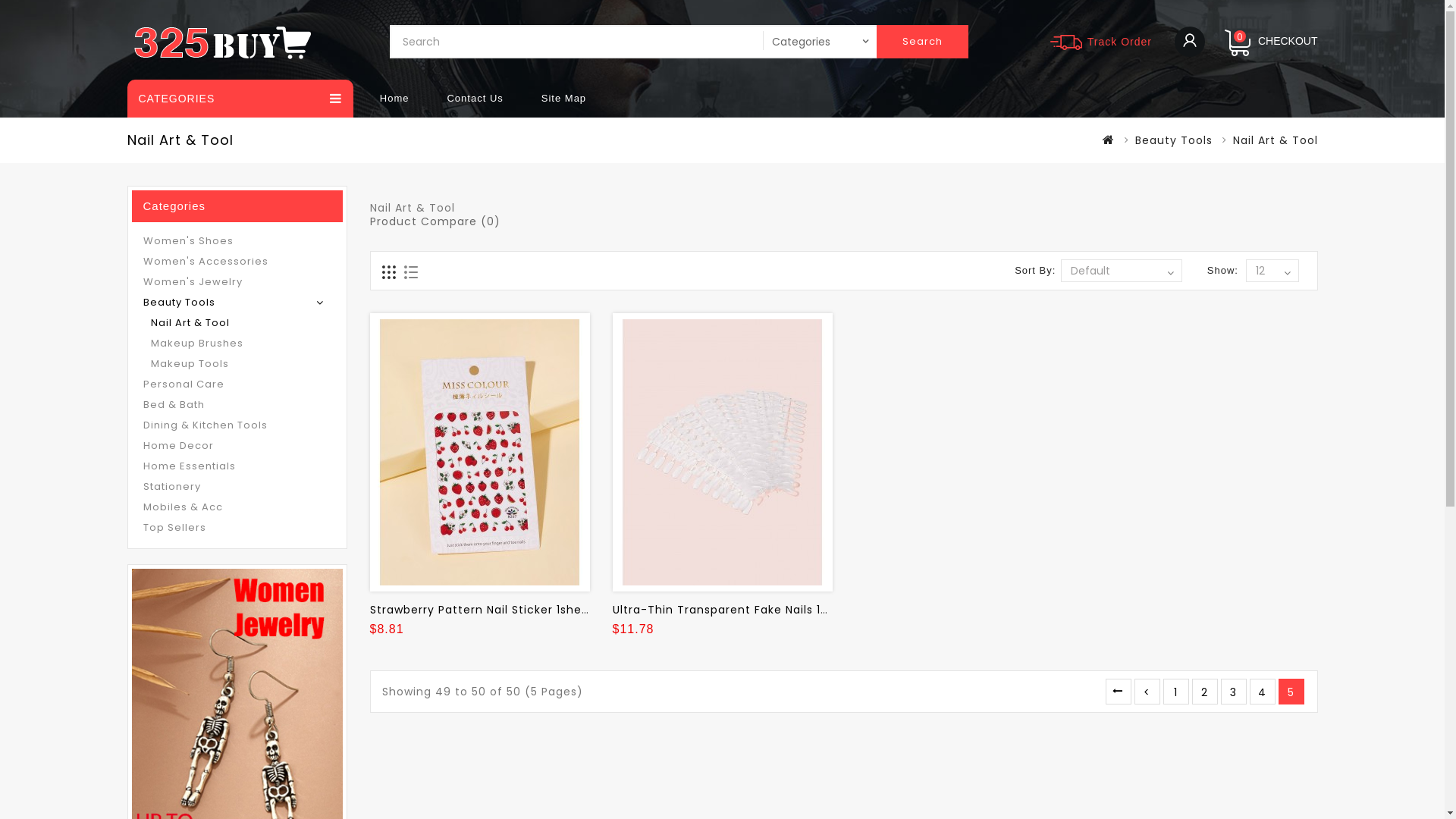 Image resolution: width=1456 pixels, height=819 pixels. Describe the element at coordinates (236, 506) in the screenshot. I see `'Mobiles & Acc'` at that location.